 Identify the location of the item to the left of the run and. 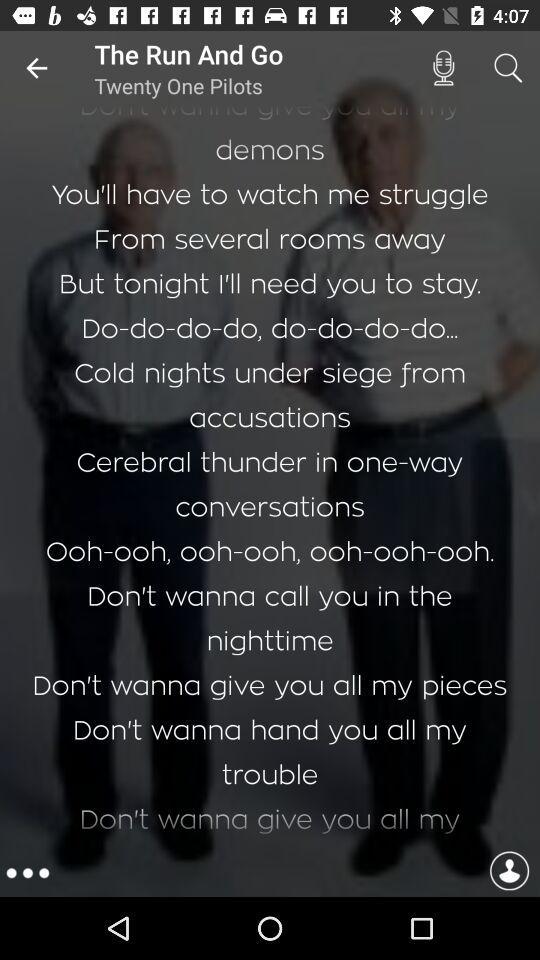
(36, 68).